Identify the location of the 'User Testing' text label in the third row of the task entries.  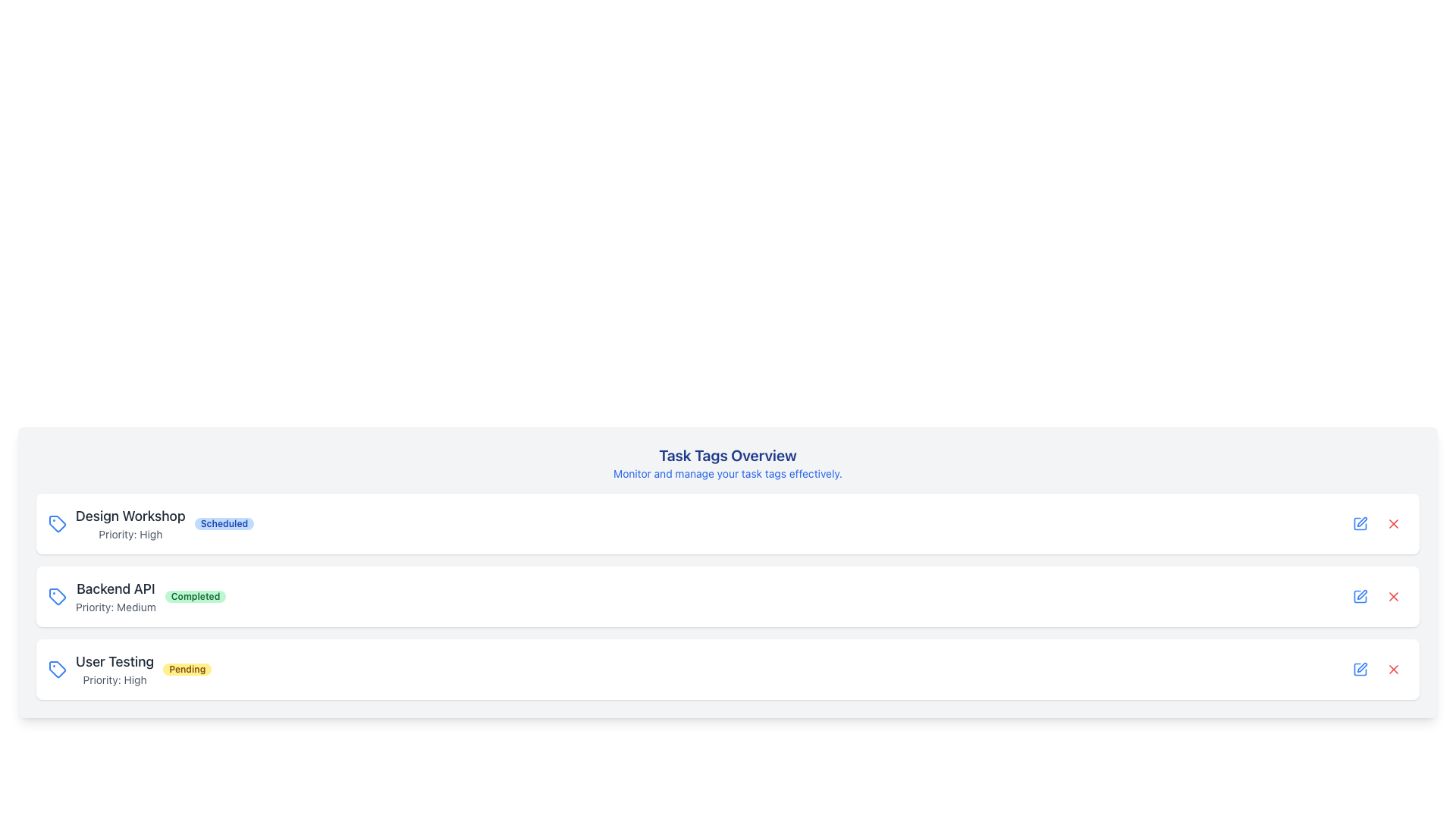
(114, 661).